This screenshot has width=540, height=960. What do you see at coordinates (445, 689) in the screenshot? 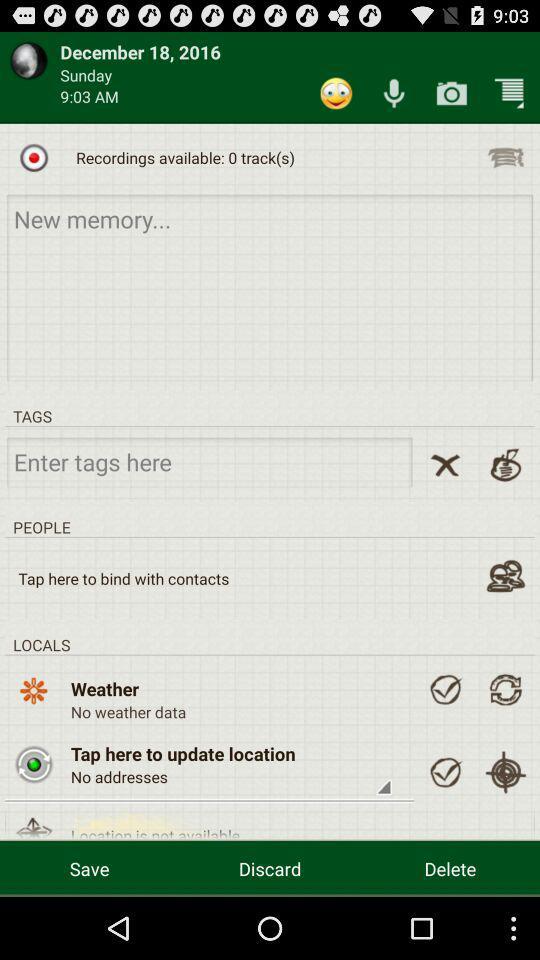
I see `to select the tick` at bounding box center [445, 689].